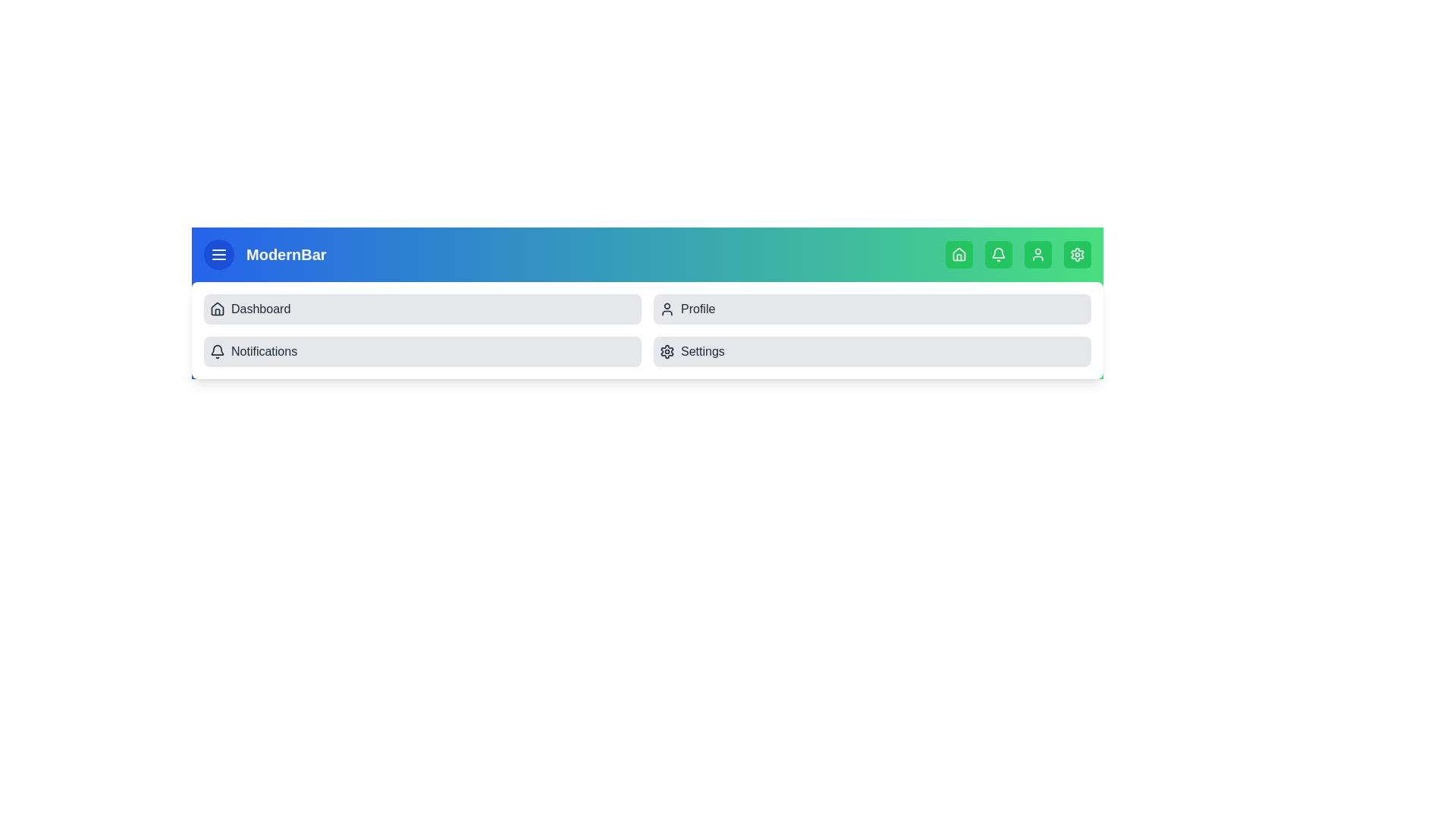  Describe the element at coordinates (959, 253) in the screenshot. I see `the navigation icon Home at the top of the app bar` at that location.